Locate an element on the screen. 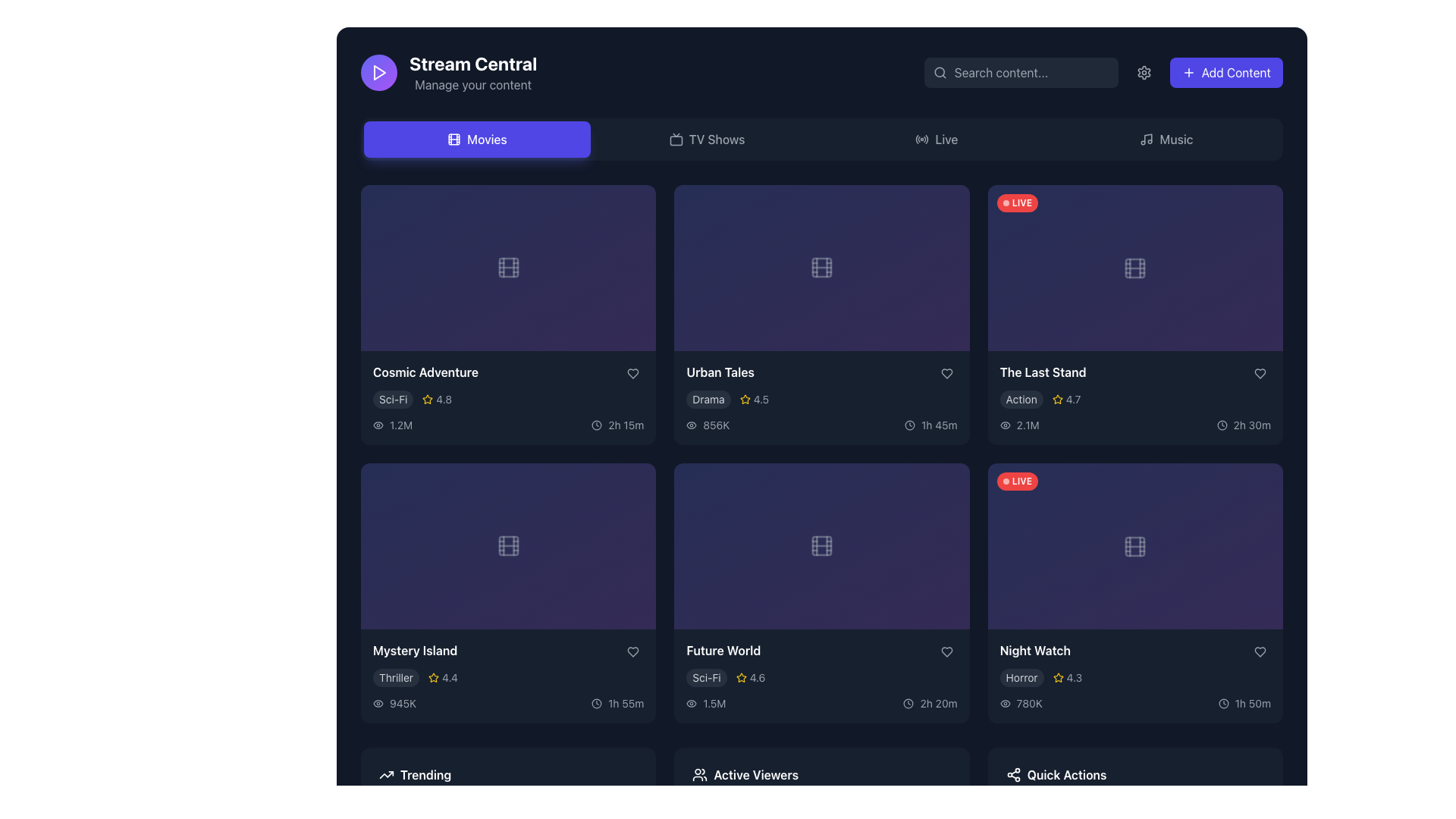 This screenshot has width=1456, height=819. the clock icon representing the duration of the movie, which is located in the bottom row of the second column in the grid of movie entries is located at coordinates (596, 703).